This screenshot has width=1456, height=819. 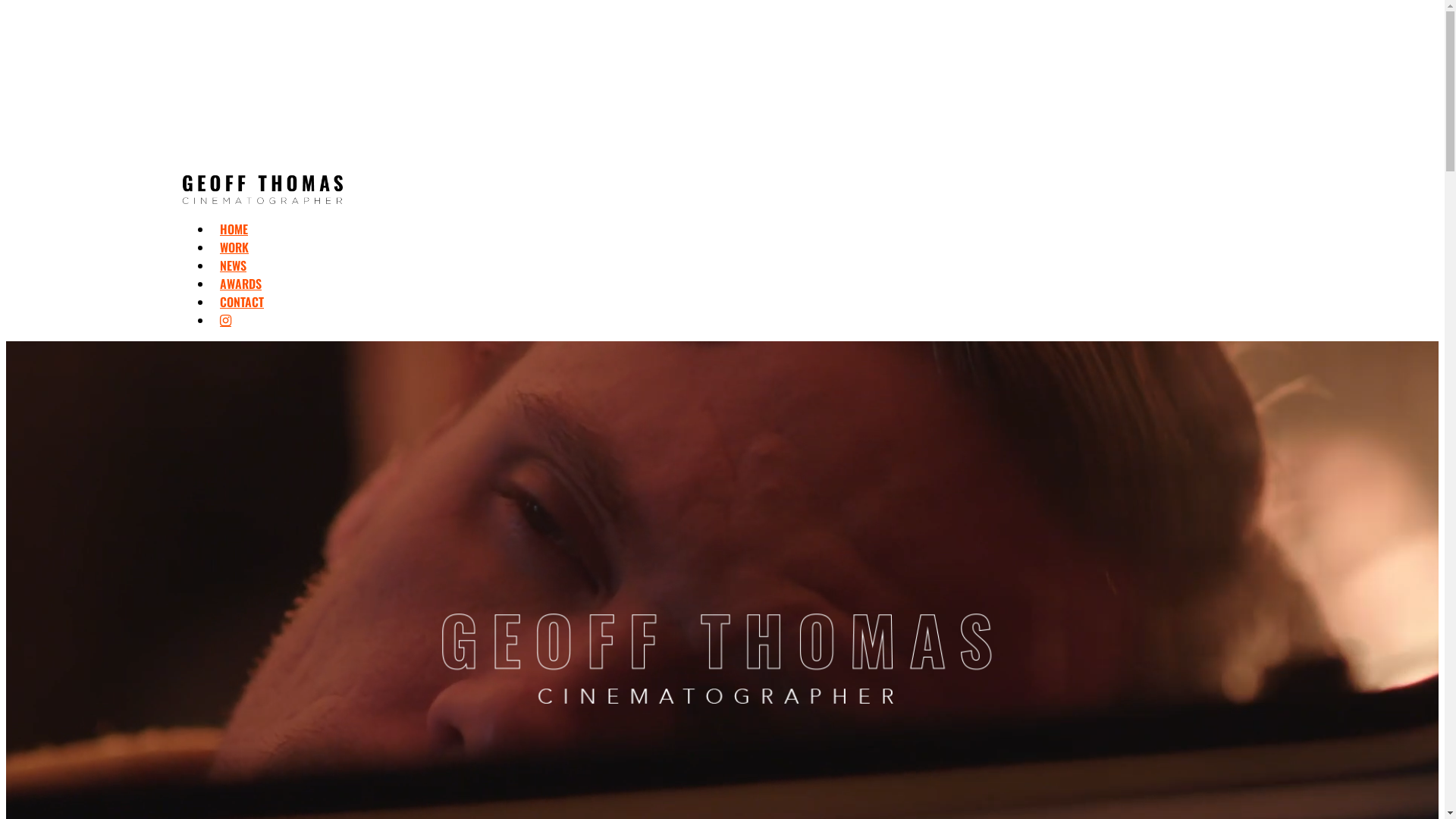 I want to click on 'HOME', so click(x=233, y=228).